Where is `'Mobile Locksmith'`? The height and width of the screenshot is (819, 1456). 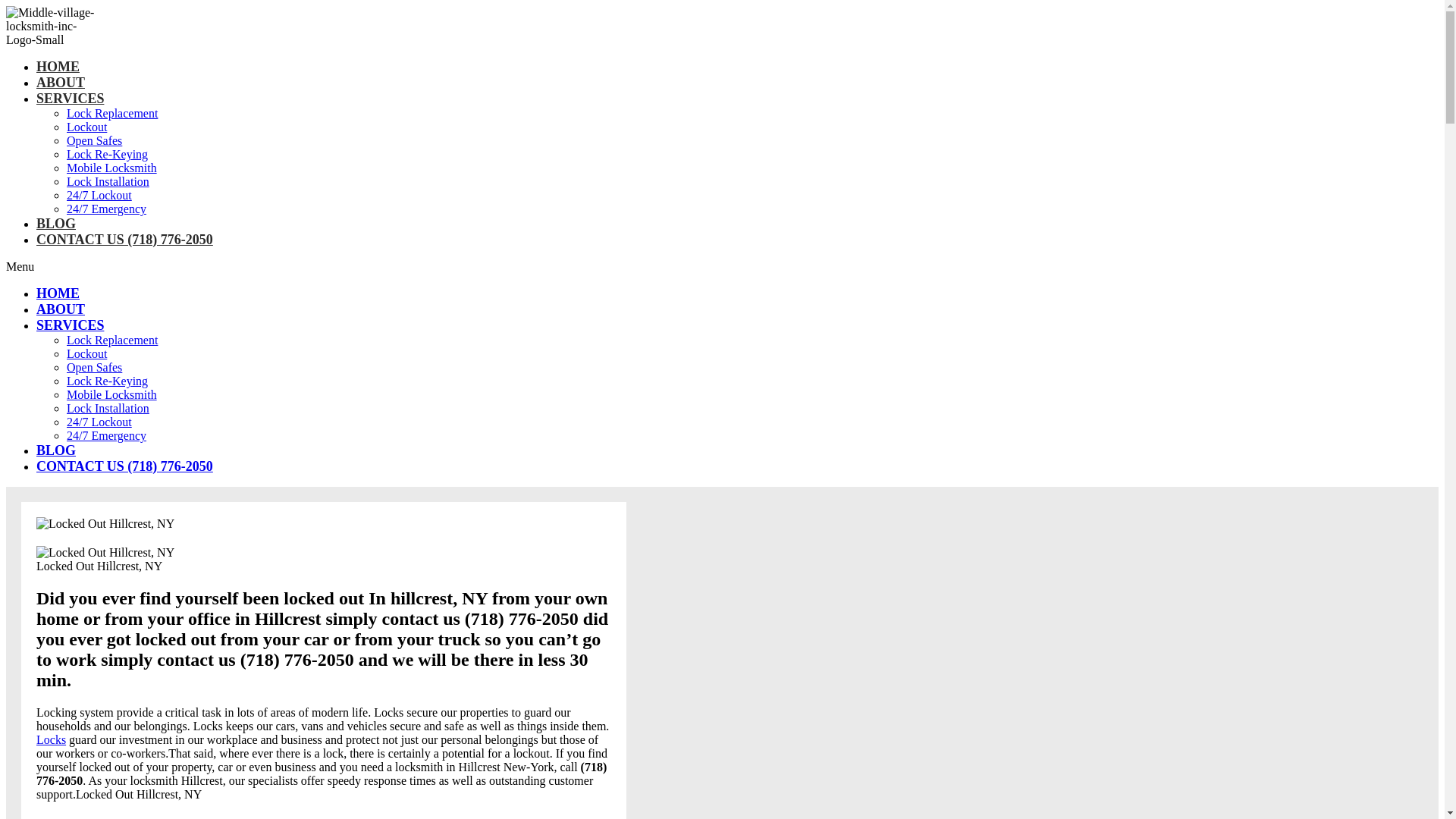 'Mobile Locksmith' is located at coordinates (65, 394).